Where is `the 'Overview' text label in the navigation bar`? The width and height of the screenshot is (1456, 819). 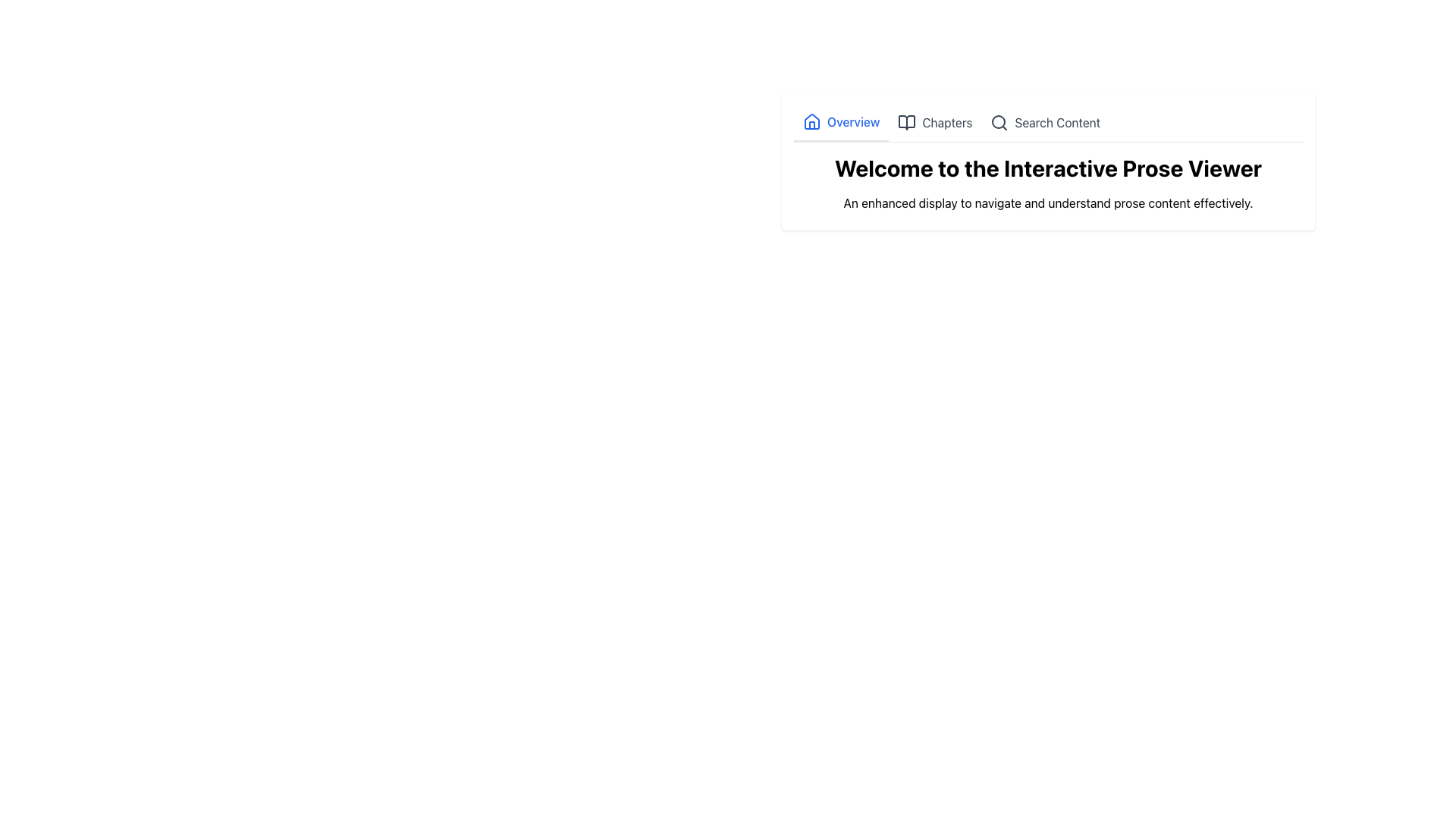 the 'Overview' text label in the navigation bar is located at coordinates (853, 121).